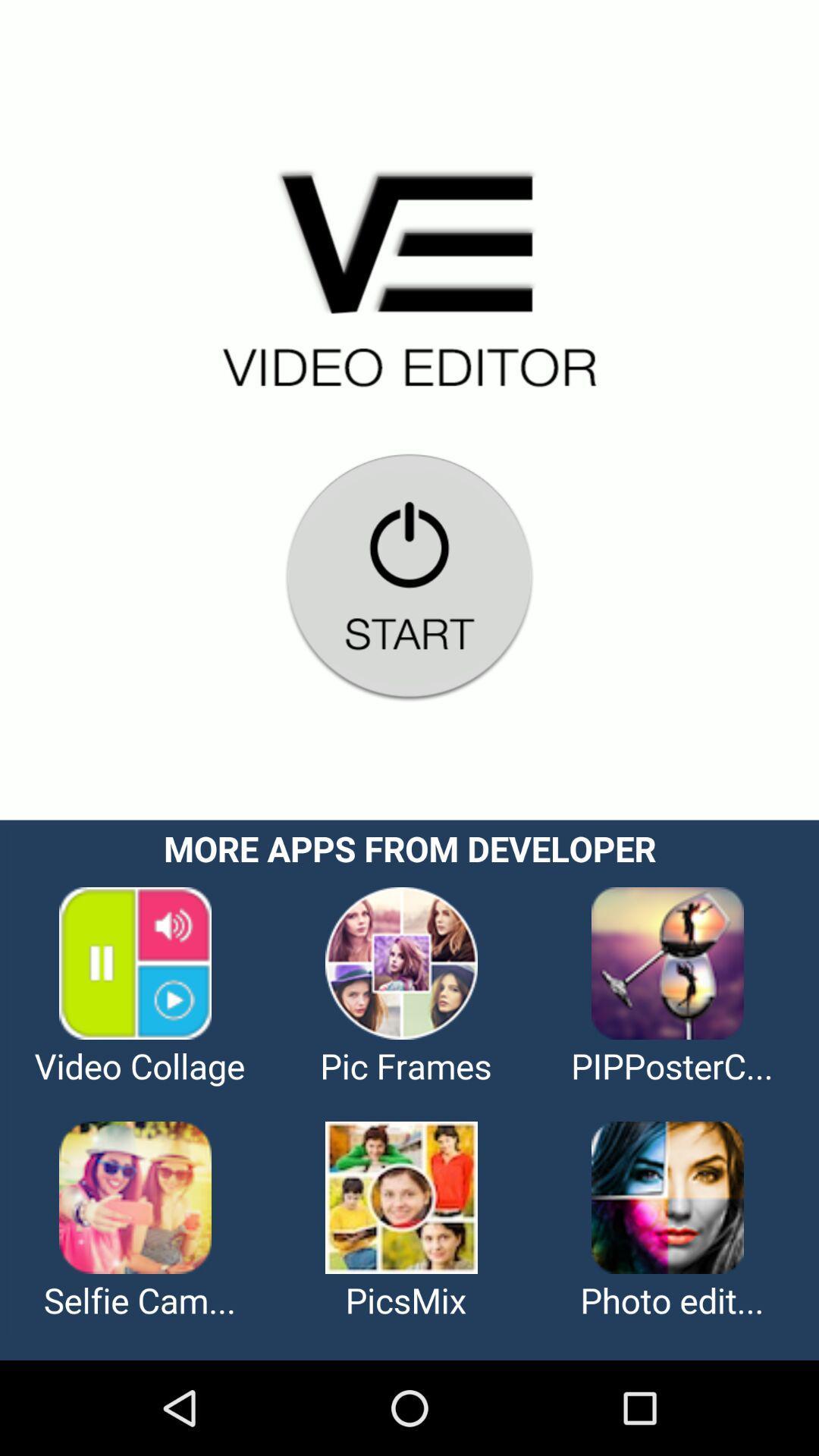 The height and width of the screenshot is (1456, 819). What do you see at coordinates (409, 1089) in the screenshot?
I see `the advertisement` at bounding box center [409, 1089].